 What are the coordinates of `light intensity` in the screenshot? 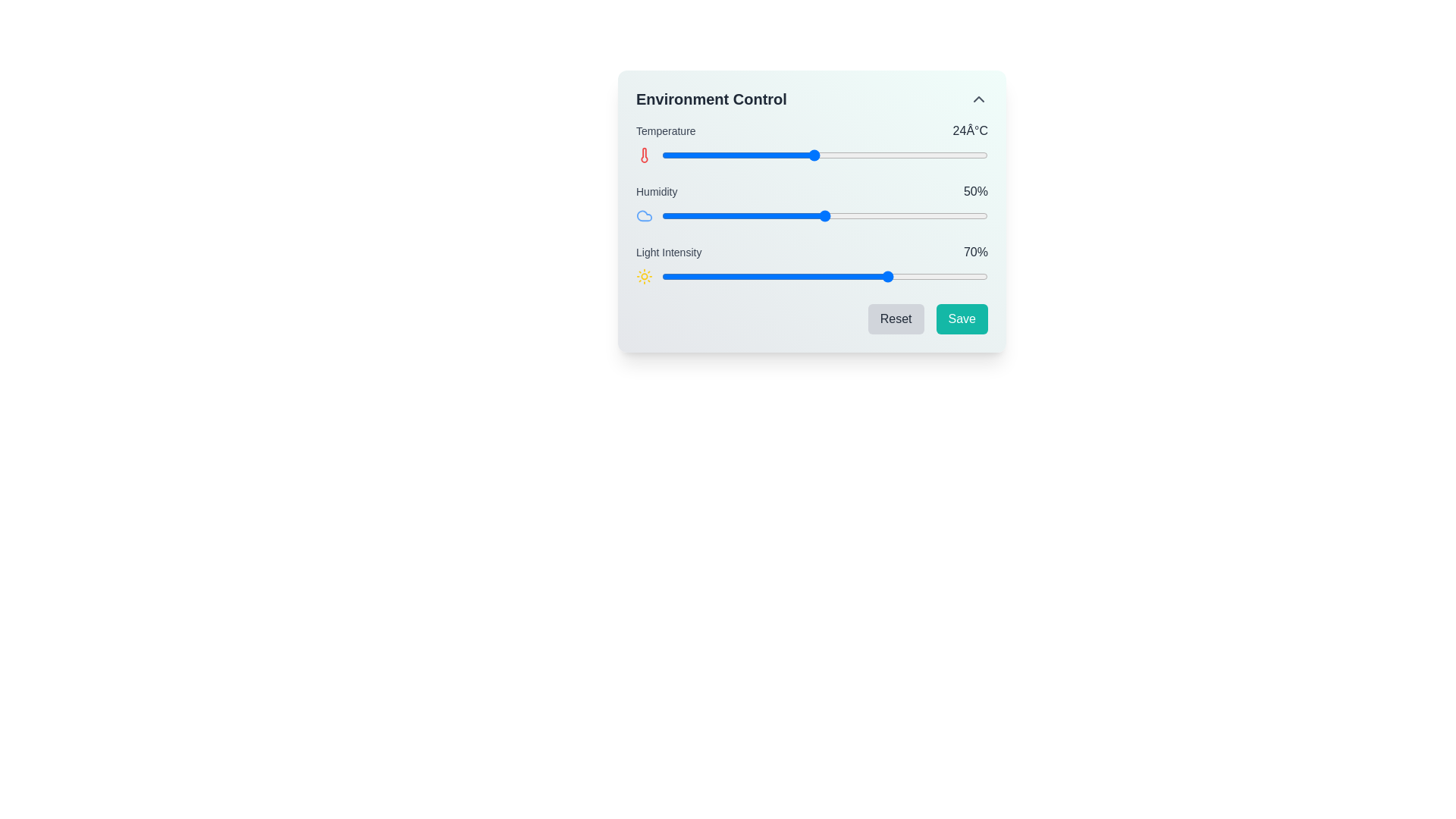 It's located at (847, 277).